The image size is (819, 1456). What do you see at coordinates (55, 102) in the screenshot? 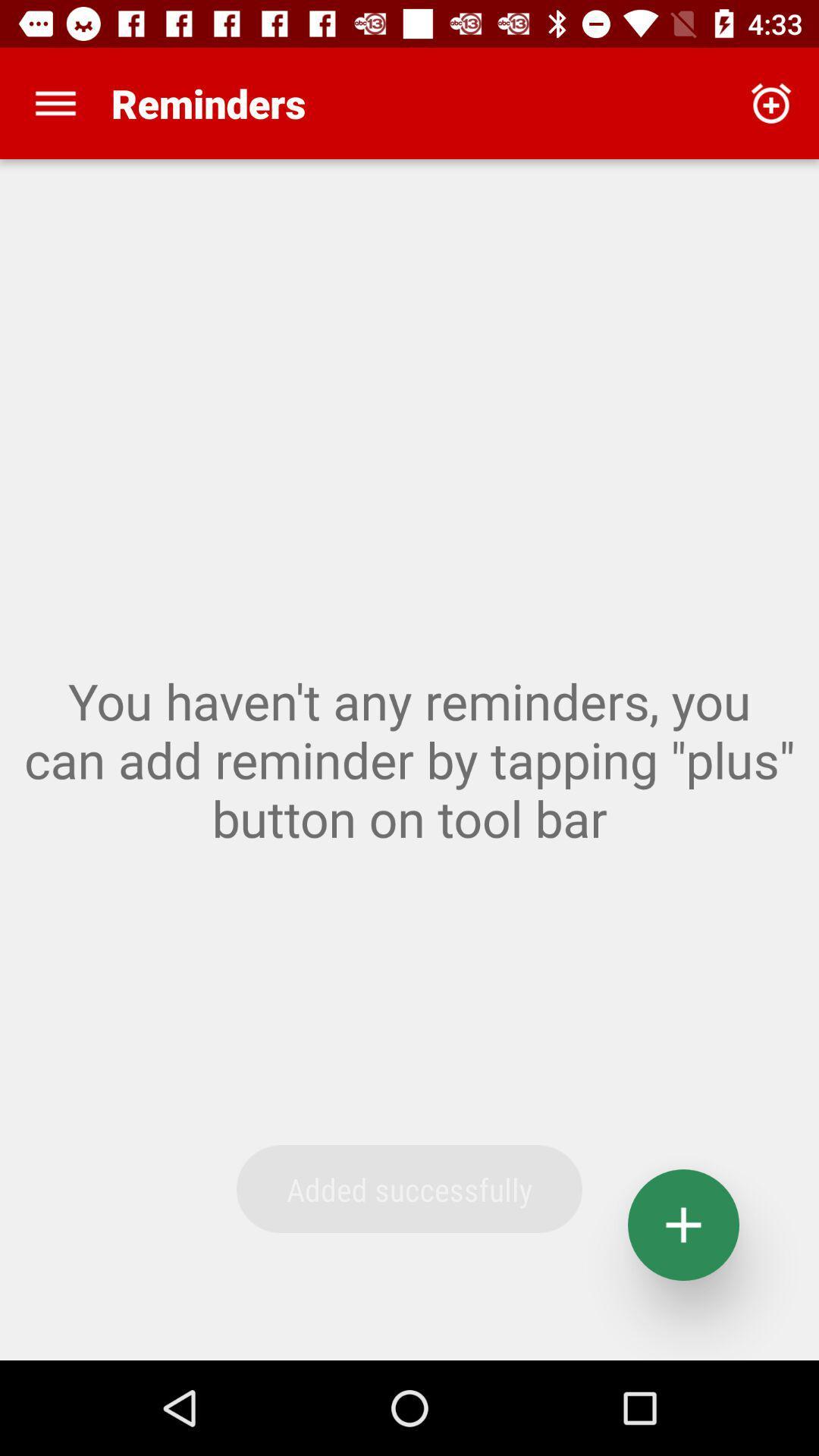
I see `icon at the top left corner` at bounding box center [55, 102].